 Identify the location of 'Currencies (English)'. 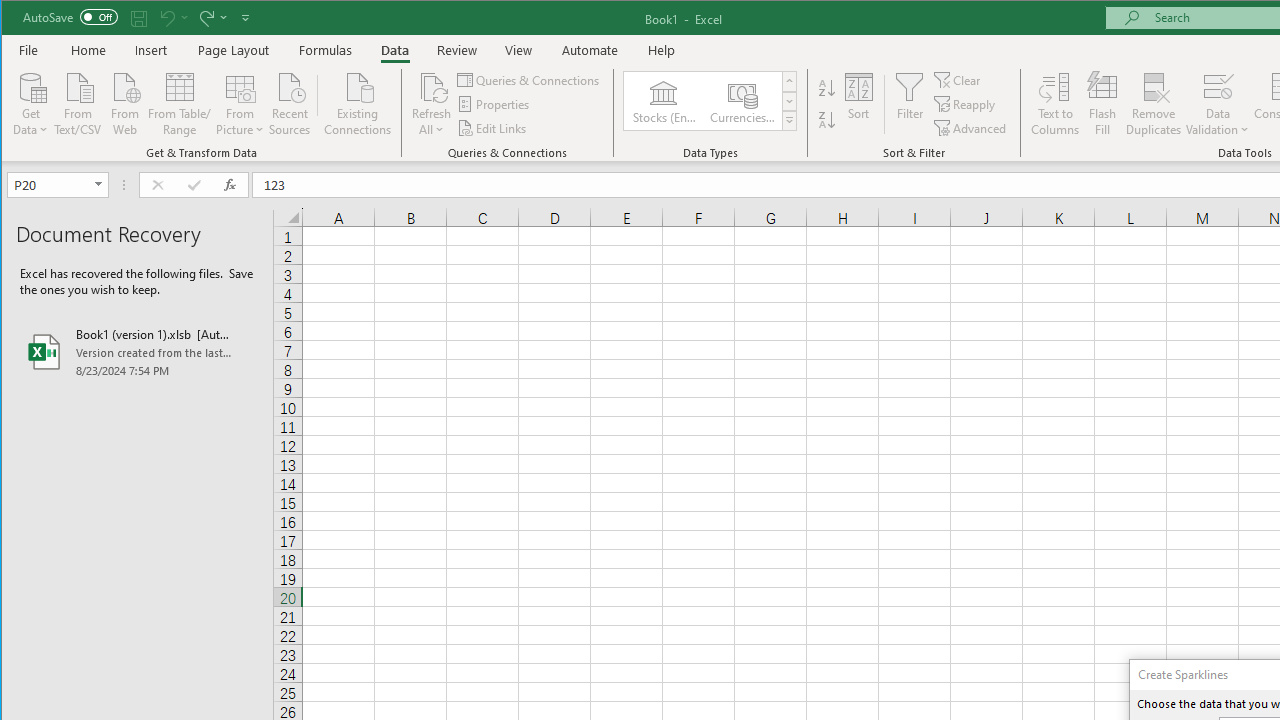
(740, 100).